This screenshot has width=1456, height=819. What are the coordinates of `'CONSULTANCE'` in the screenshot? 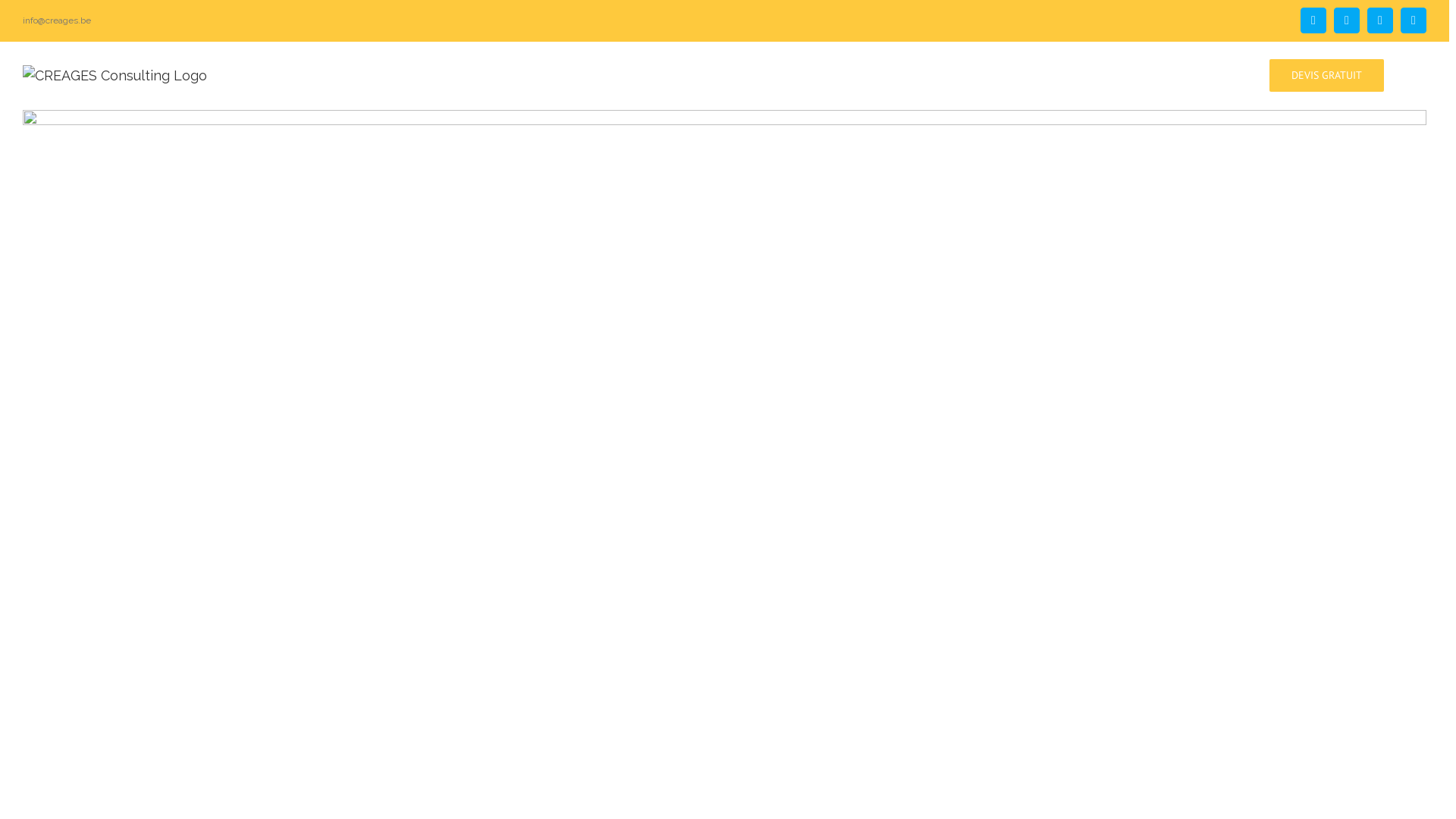 It's located at (786, 74).